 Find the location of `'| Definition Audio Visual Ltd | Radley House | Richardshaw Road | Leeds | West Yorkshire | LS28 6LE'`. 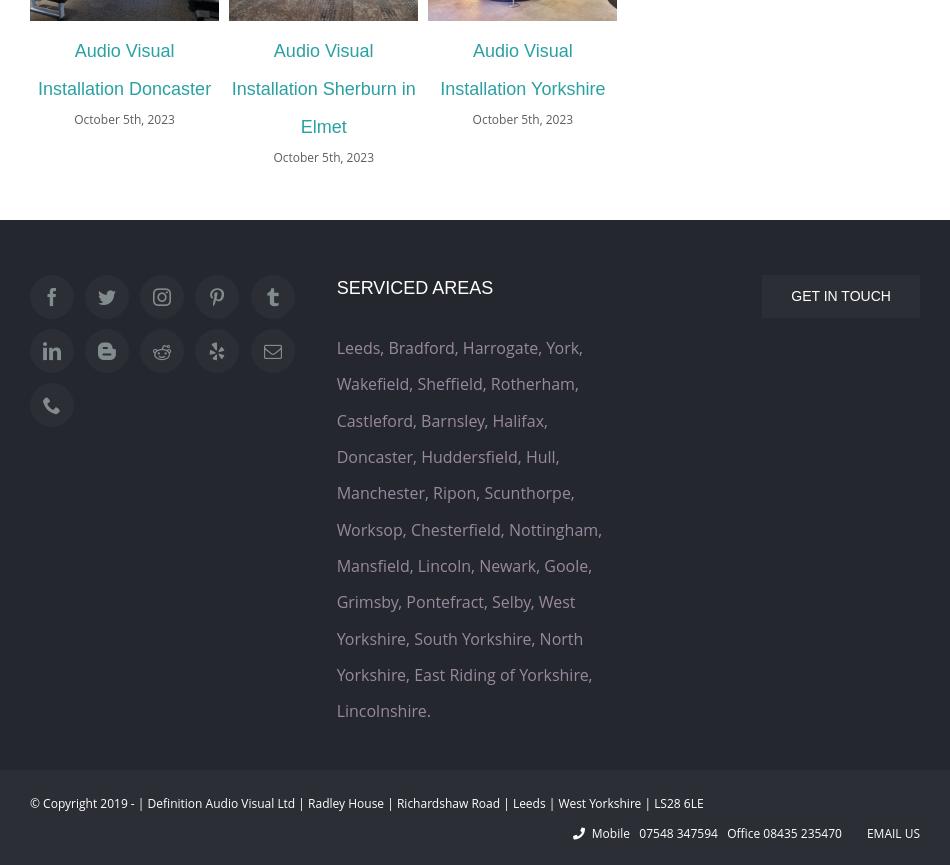

'| Definition Audio Visual Ltd | Radley House | Richardshaw Road | Leeds | West Yorkshire | LS28 6LE' is located at coordinates (418, 801).